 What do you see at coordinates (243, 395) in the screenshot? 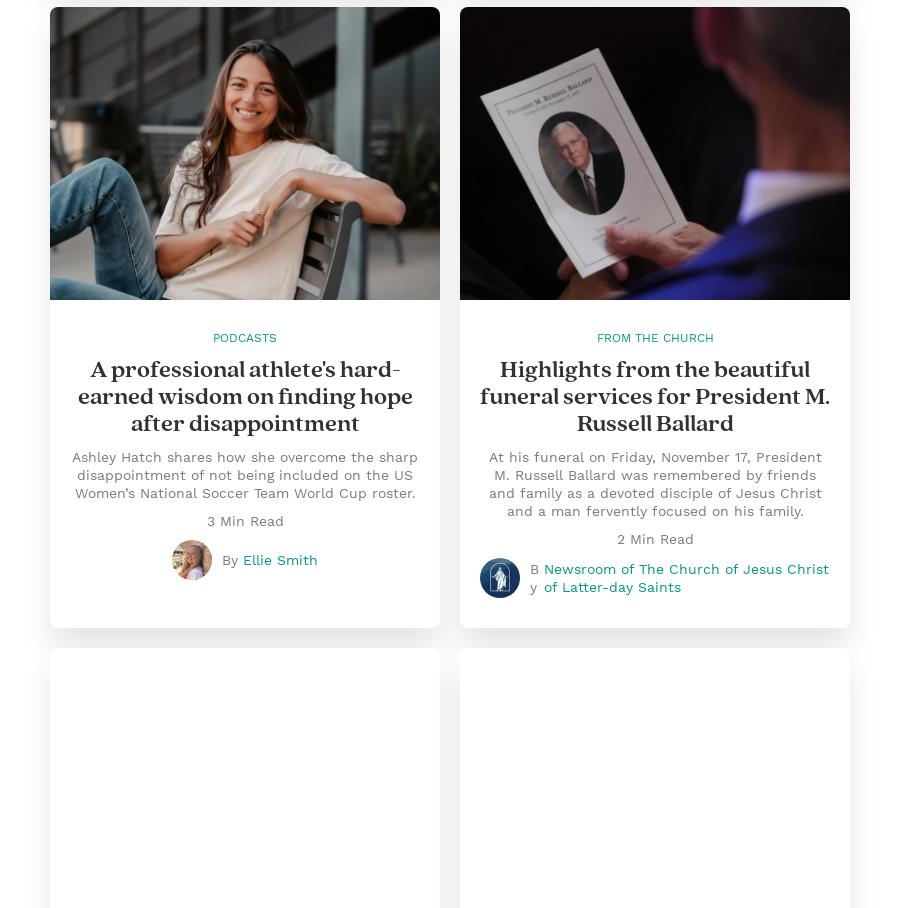
I see `'A professional athlete's hard-earned wisdom on finding hope after disappointment'` at bounding box center [243, 395].